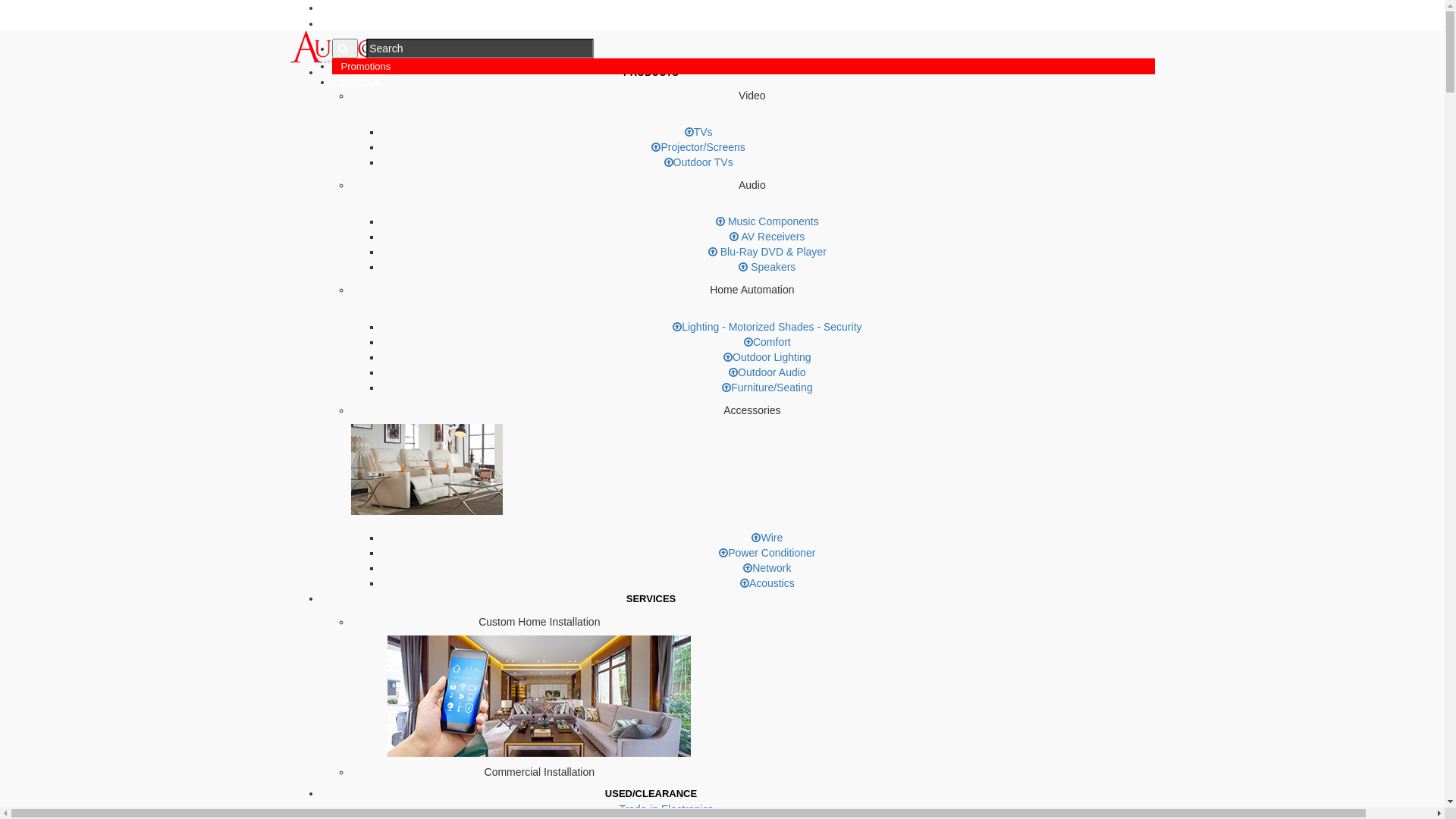 The image size is (1456, 819). What do you see at coordinates (767, 356) in the screenshot?
I see `'Outdoor Lighting'` at bounding box center [767, 356].